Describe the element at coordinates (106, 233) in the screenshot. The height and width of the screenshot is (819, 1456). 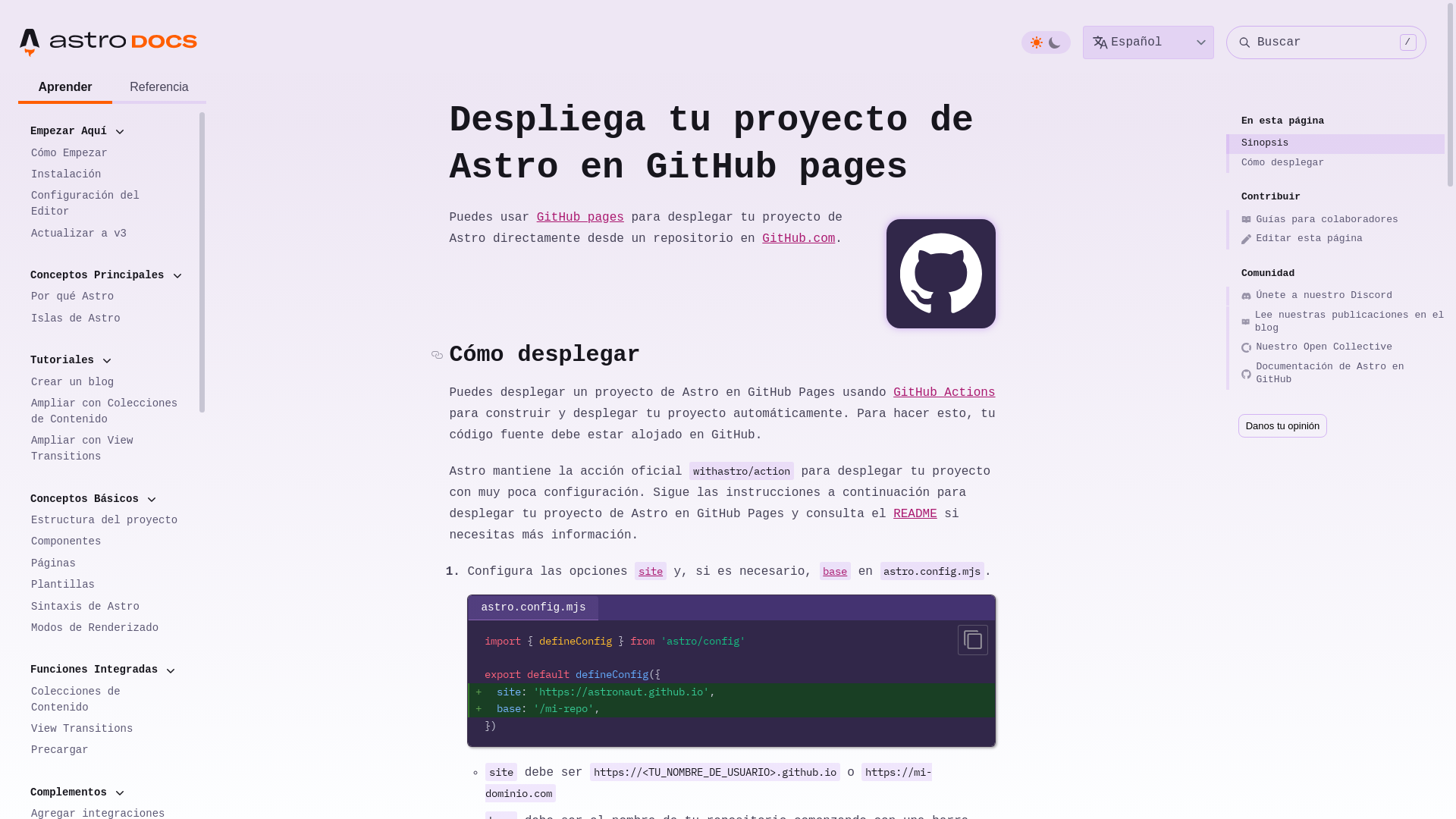
I see `'Actualizar a v3'` at that location.